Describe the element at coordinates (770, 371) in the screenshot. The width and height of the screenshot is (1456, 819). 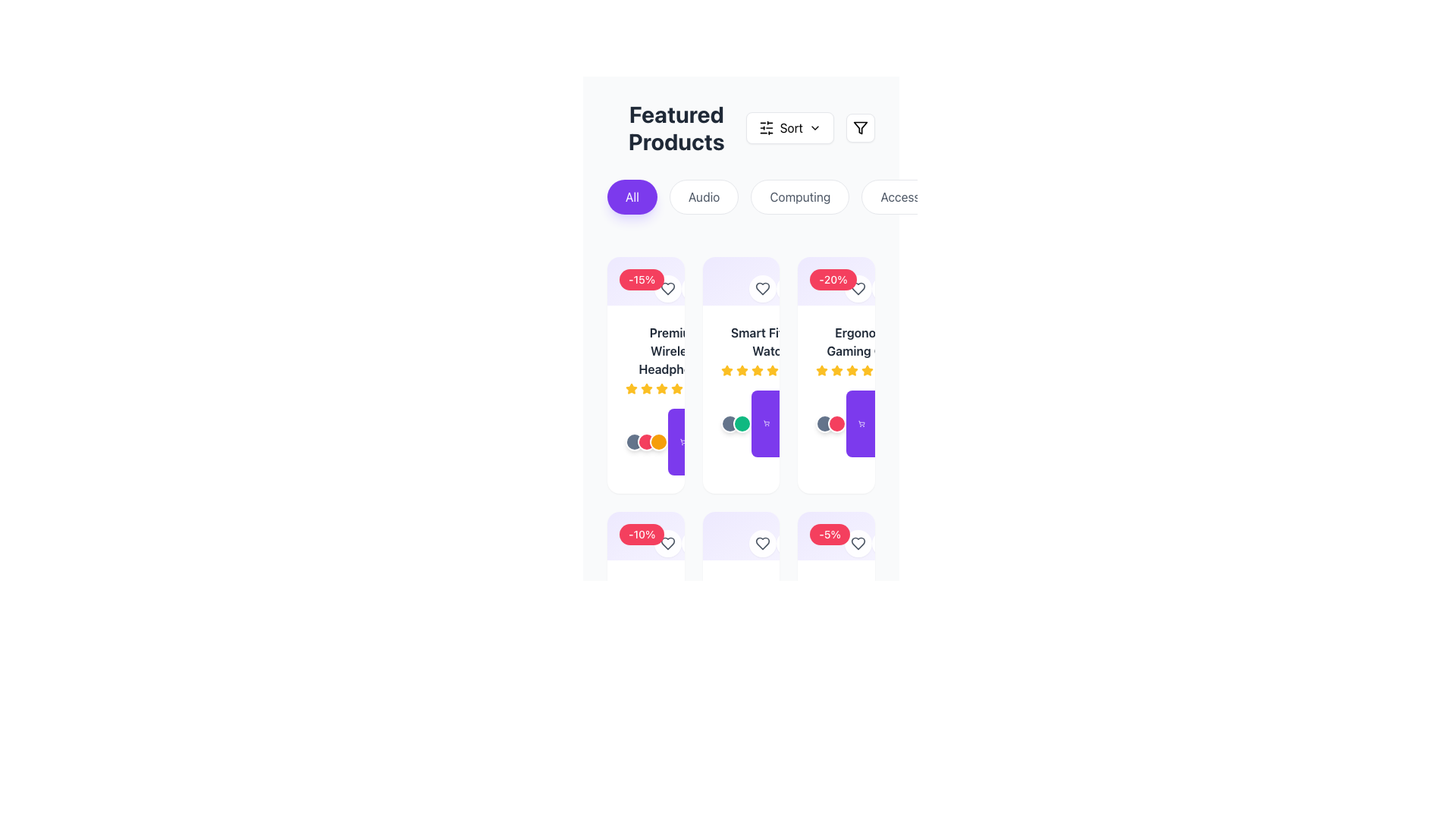
I see `the third star icon in the rating system for the product 'Smart Fitness Watch' to visually represent the rating` at that location.